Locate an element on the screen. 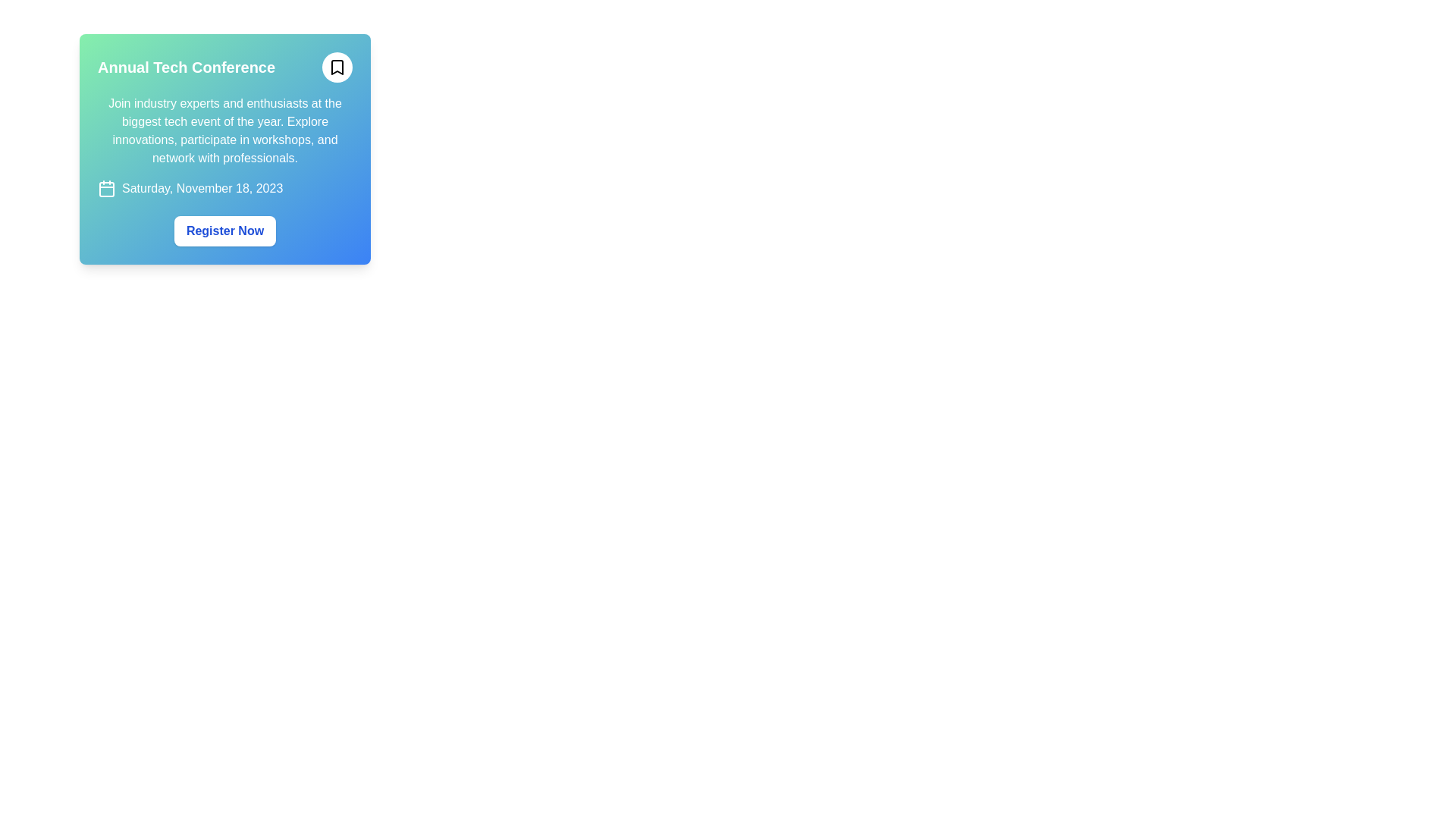 This screenshot has height=819, width=1456. the 'Register Now' button located below the text 'Saturday, November 18, 2023' is located at coordinates (224, 231).